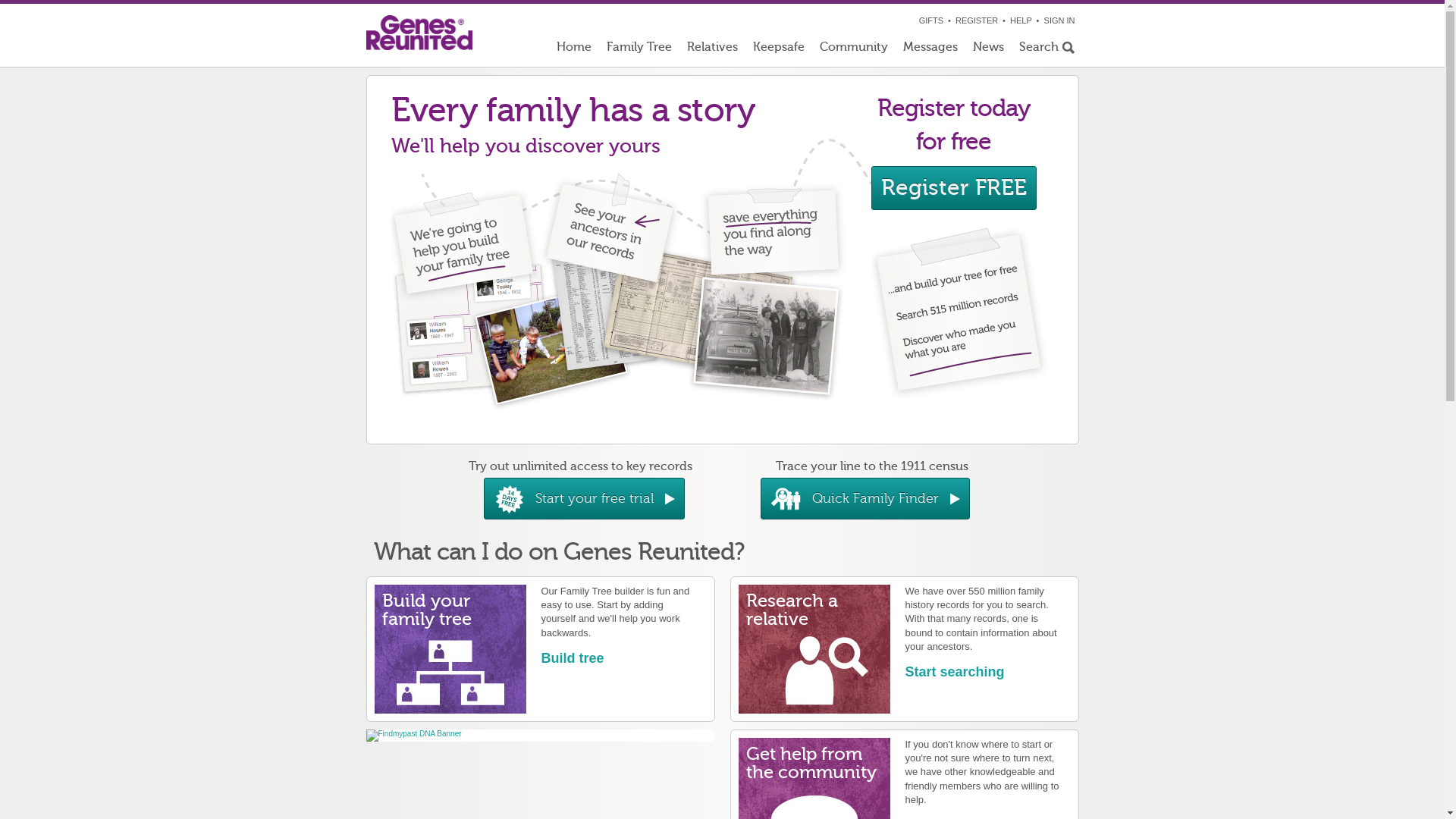 This screenshot has height=819, width=1456. I want to click on 'Keepsafe', so click(778, 49).